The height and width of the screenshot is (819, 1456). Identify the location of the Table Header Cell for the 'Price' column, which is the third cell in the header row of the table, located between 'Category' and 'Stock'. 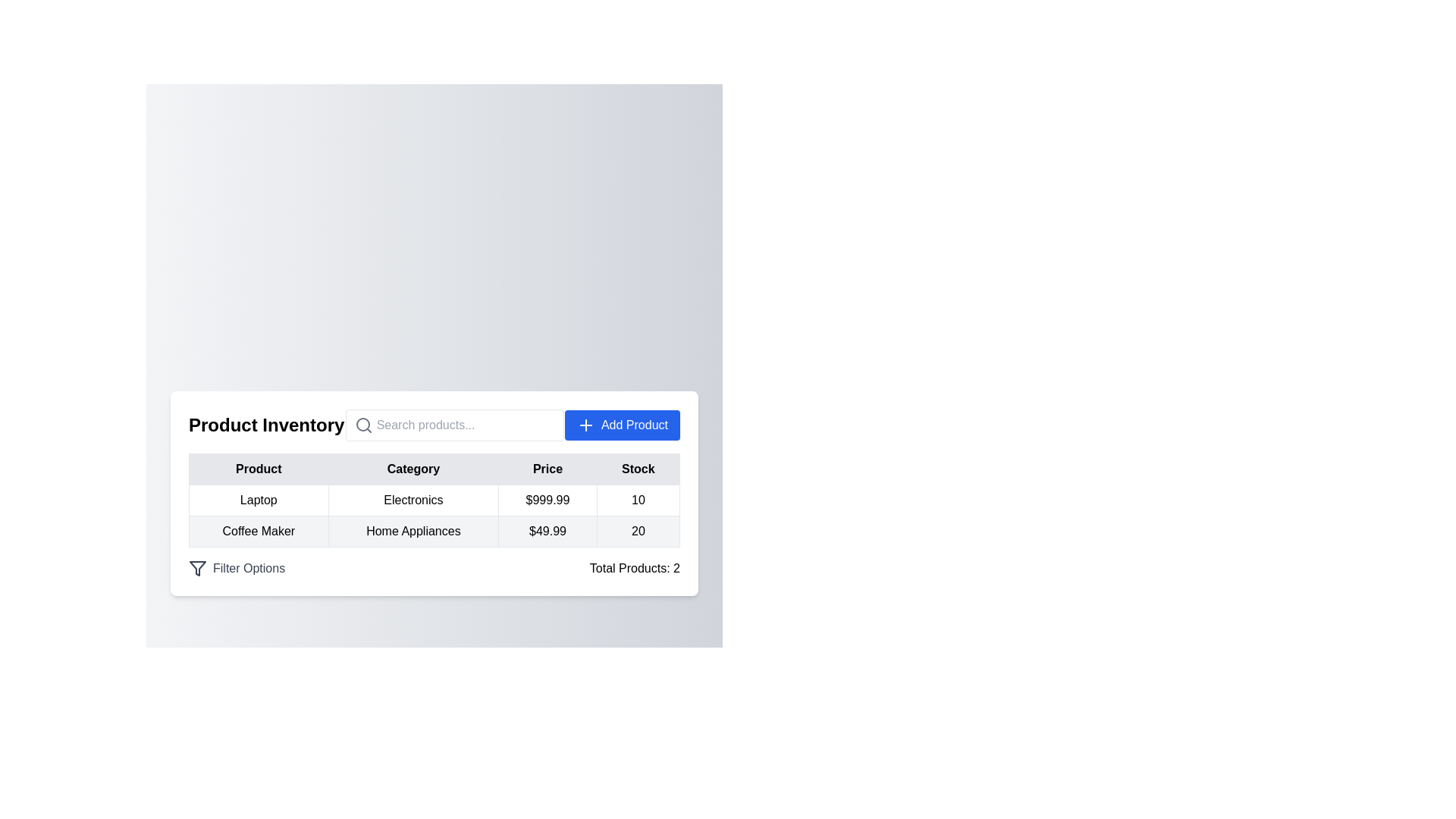
(547, 468).